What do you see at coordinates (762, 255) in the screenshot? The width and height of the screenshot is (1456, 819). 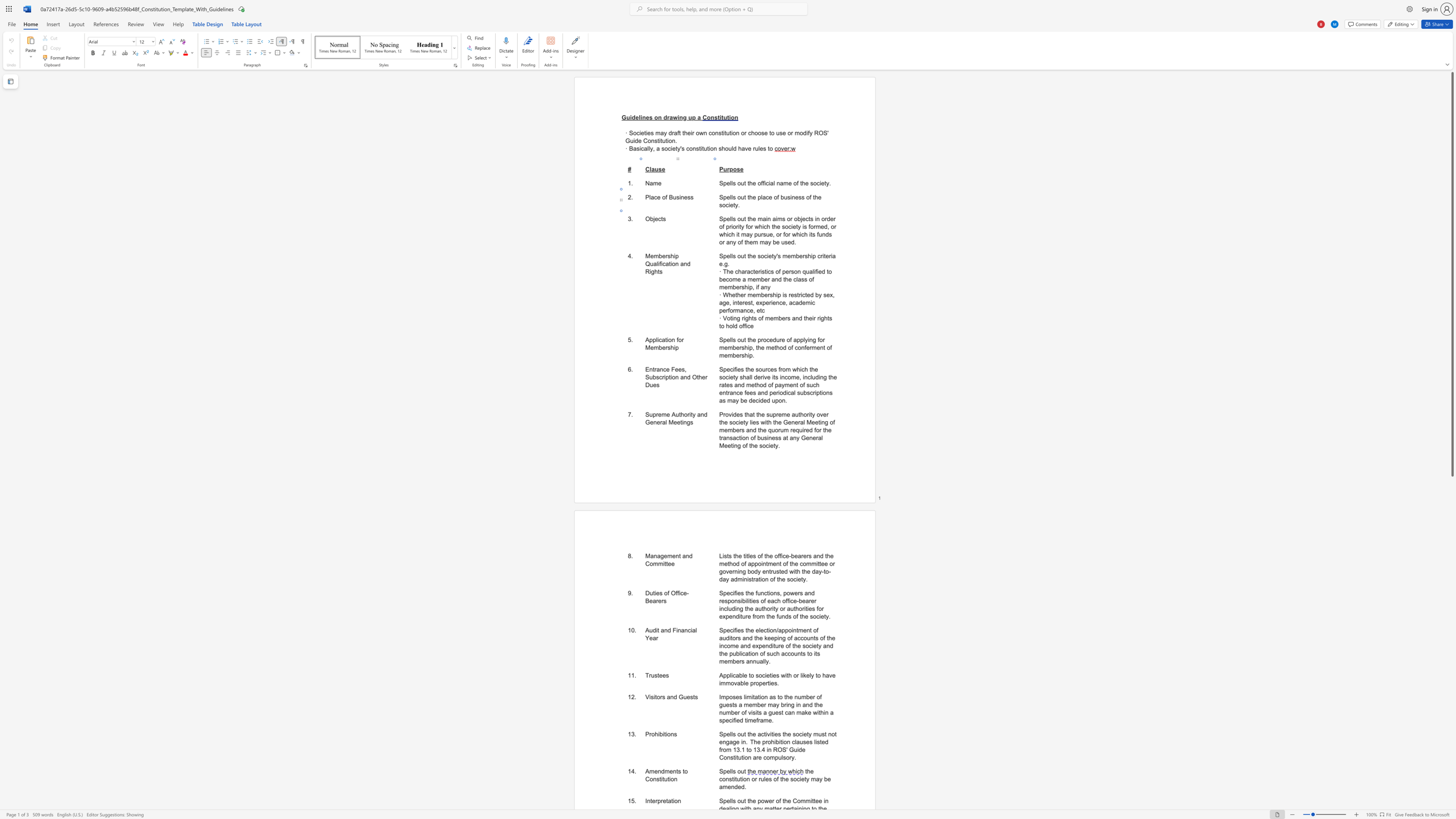 I see `the 2th character "o" in the text` at bounding box center [762, 255].